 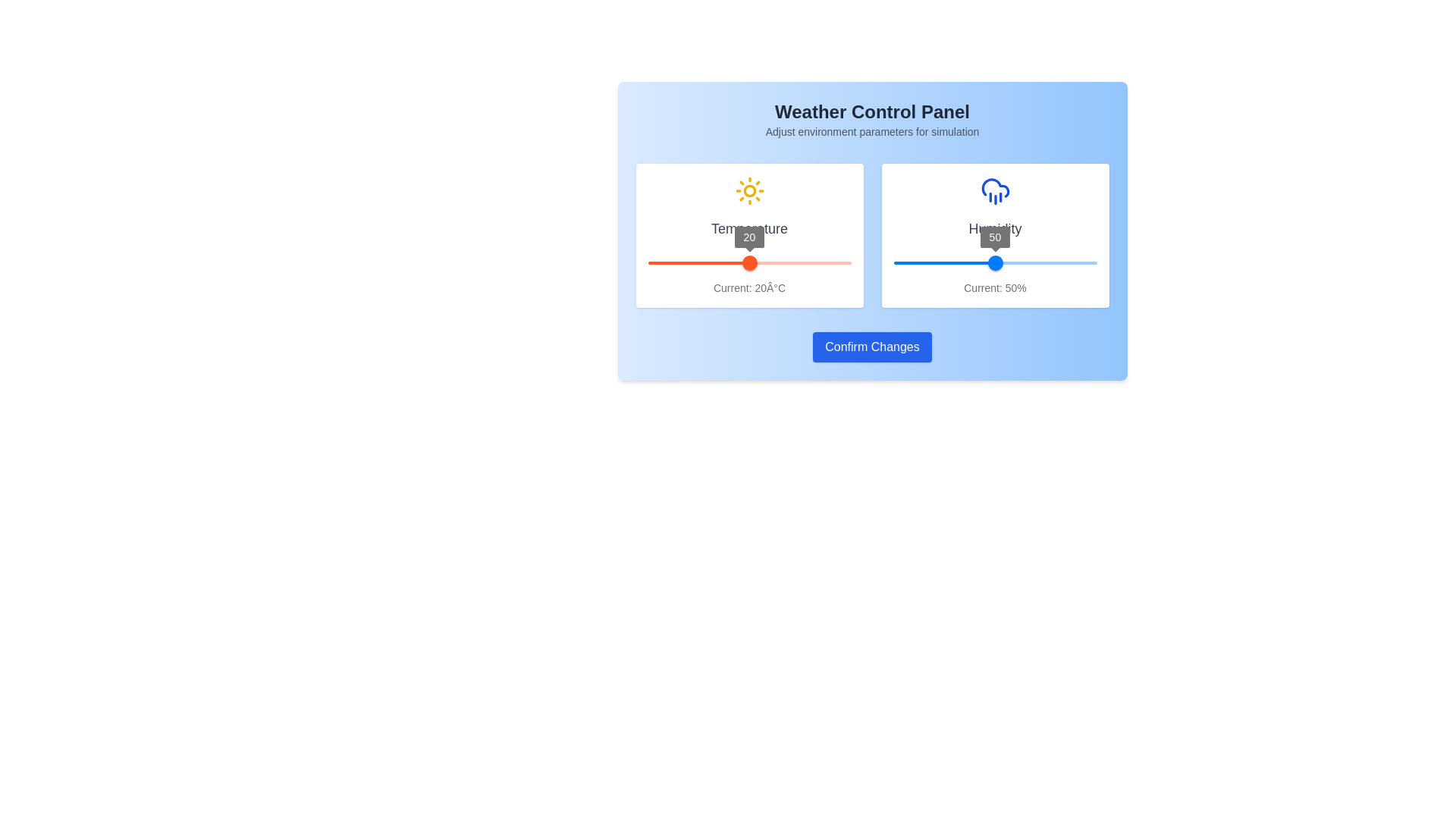 What do you see at coordinates (755, 262) in the screenshot?
I see `the temperature slider` at bounding box center [755, 262].